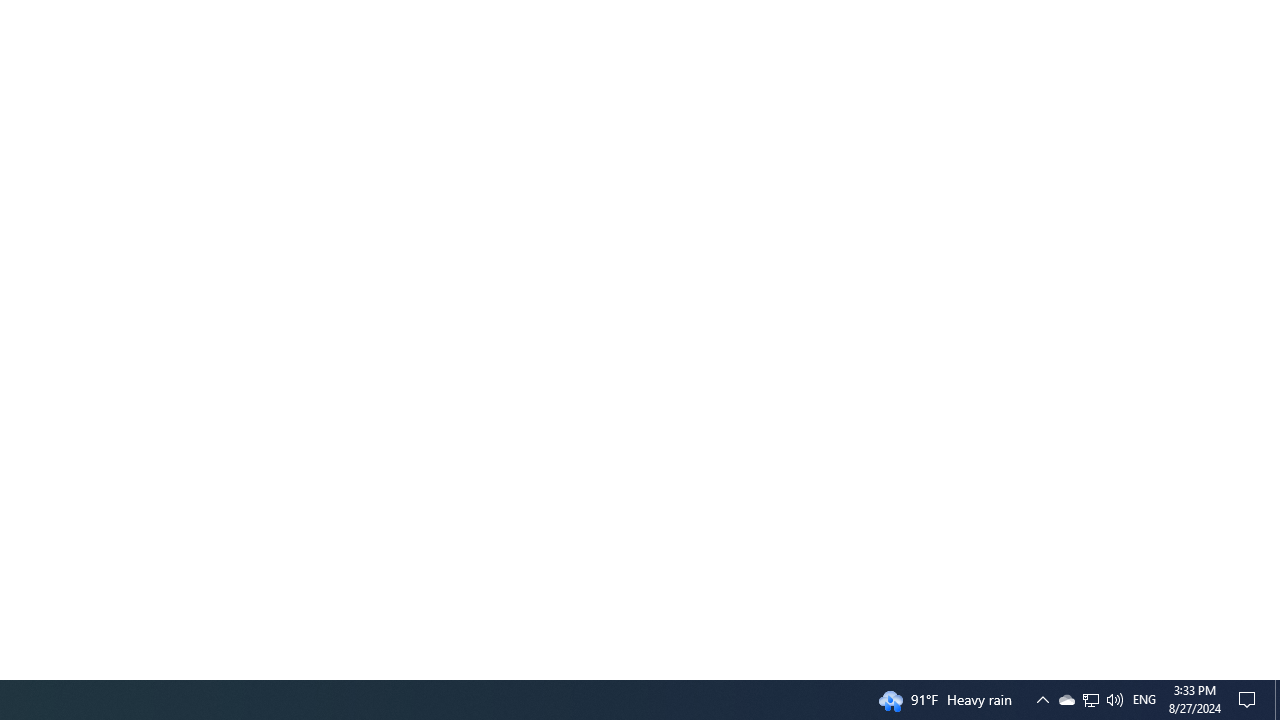 This screenshot has height=720, width=1280. Describe the element at coordinates (1276, 698) in the screenshot. I see `'Action Center, No new notifications'` at that location.